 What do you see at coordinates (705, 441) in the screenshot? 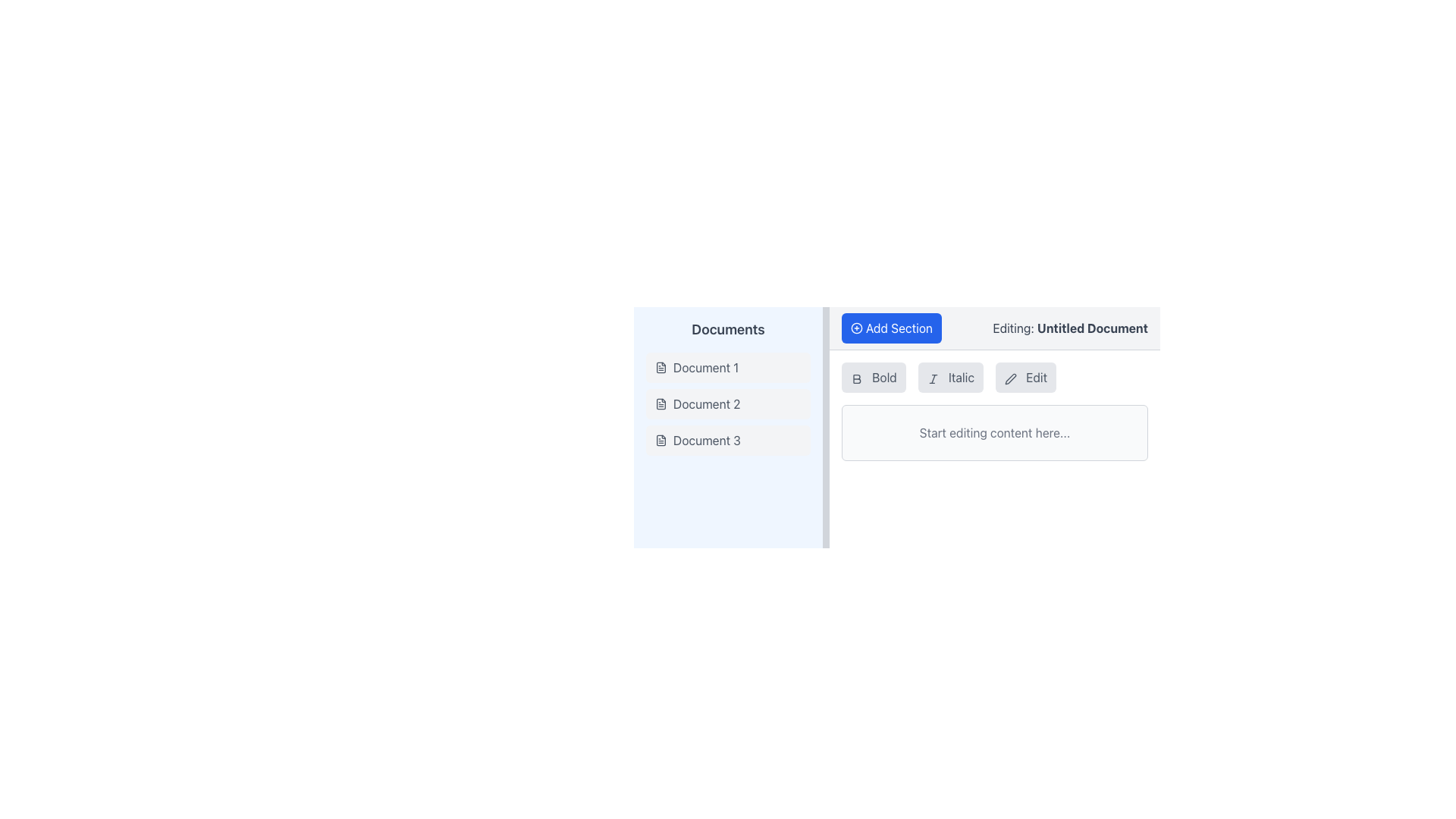
I see `the static text label representing the third document in the vertical list titled 'Documents'` at bounding box center [705, 441].